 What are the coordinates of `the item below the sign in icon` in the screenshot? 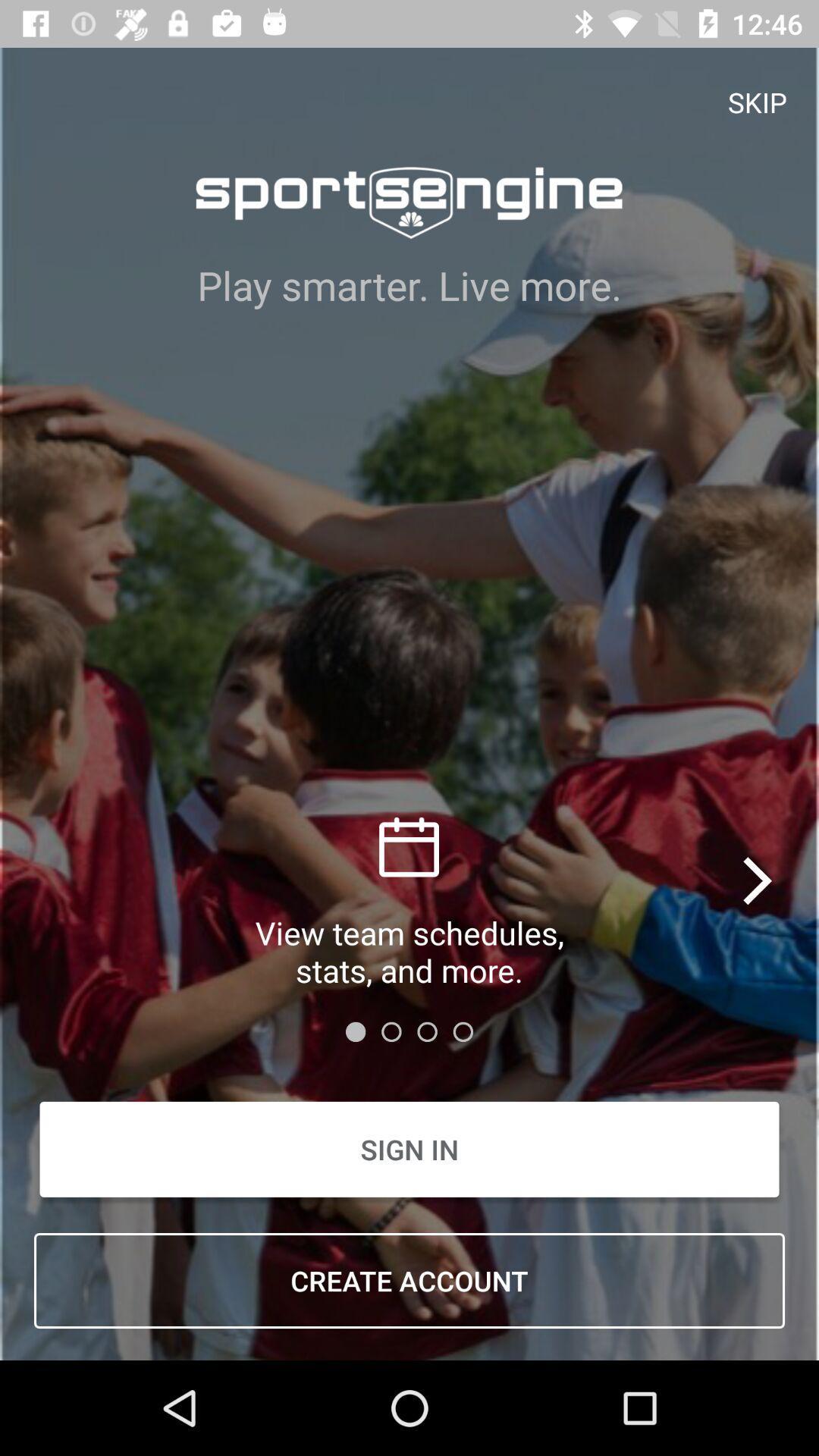 It's located at (409, 1280).